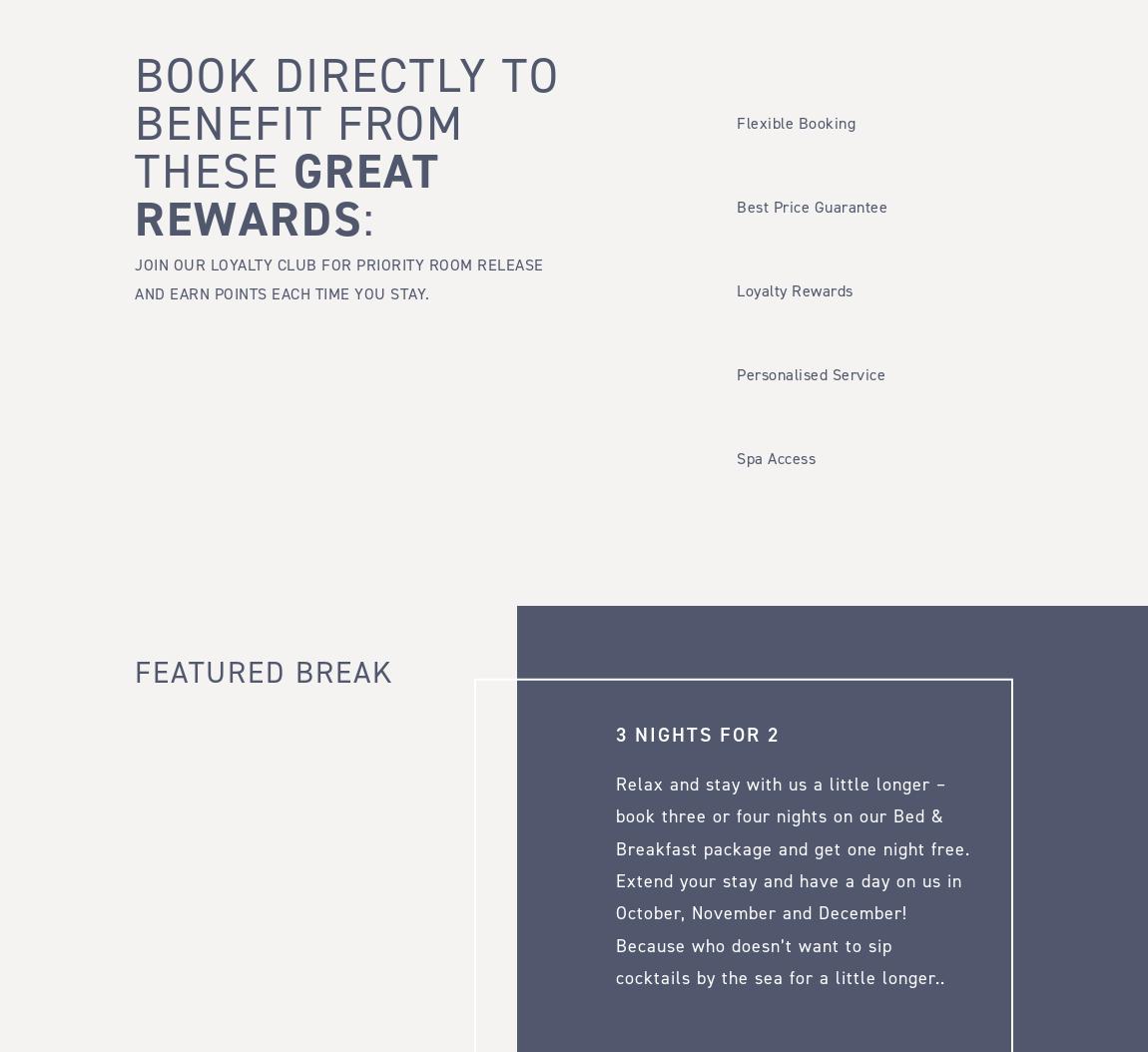 The image size is (1148, 1052). I want to click on 'Great Rewards', so click(286, 195).